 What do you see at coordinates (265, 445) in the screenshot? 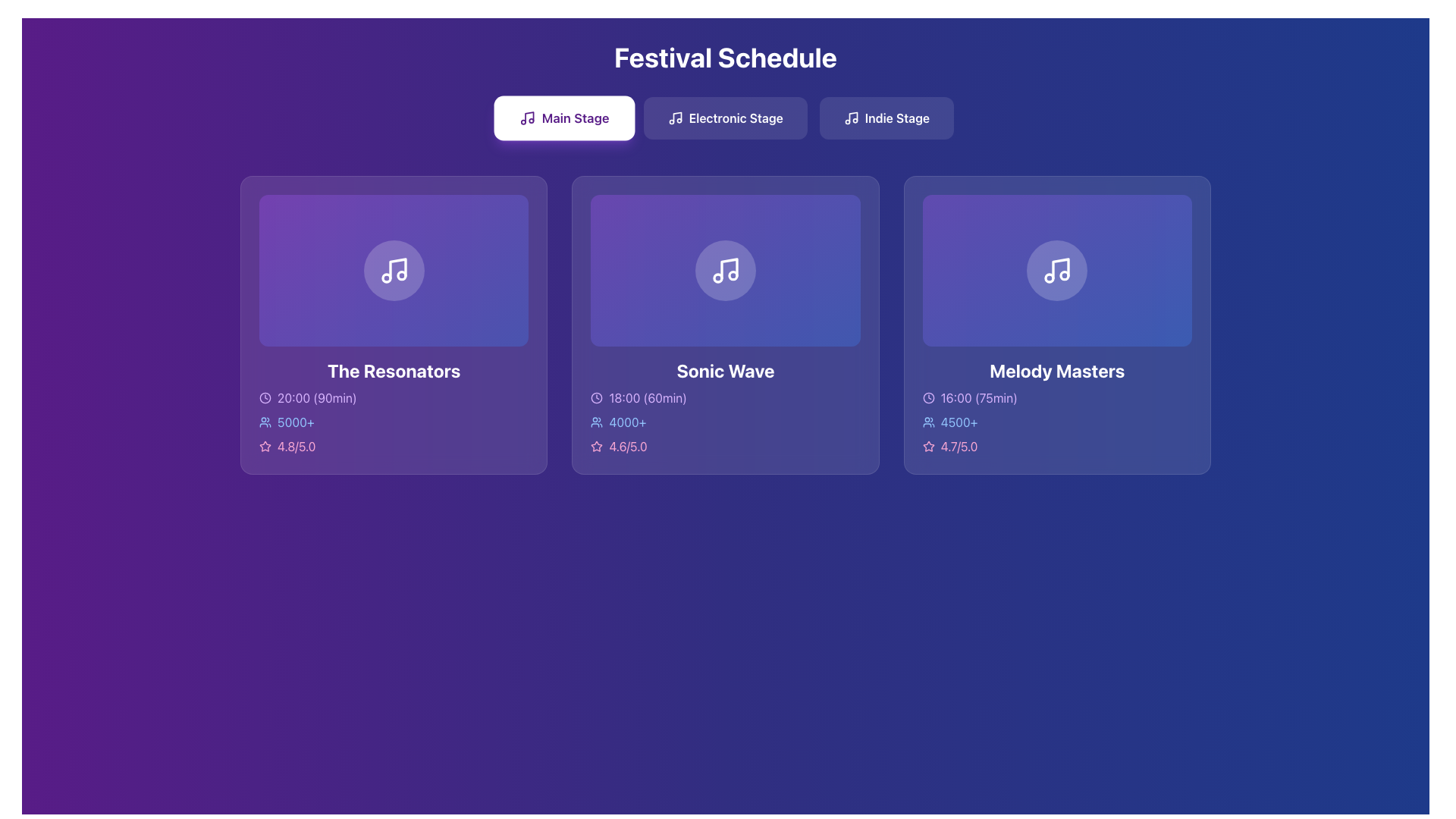
I see `the hollow star icon located at the bottom-right corner of 'The Resonators' card` at bounding box center [265, 445].